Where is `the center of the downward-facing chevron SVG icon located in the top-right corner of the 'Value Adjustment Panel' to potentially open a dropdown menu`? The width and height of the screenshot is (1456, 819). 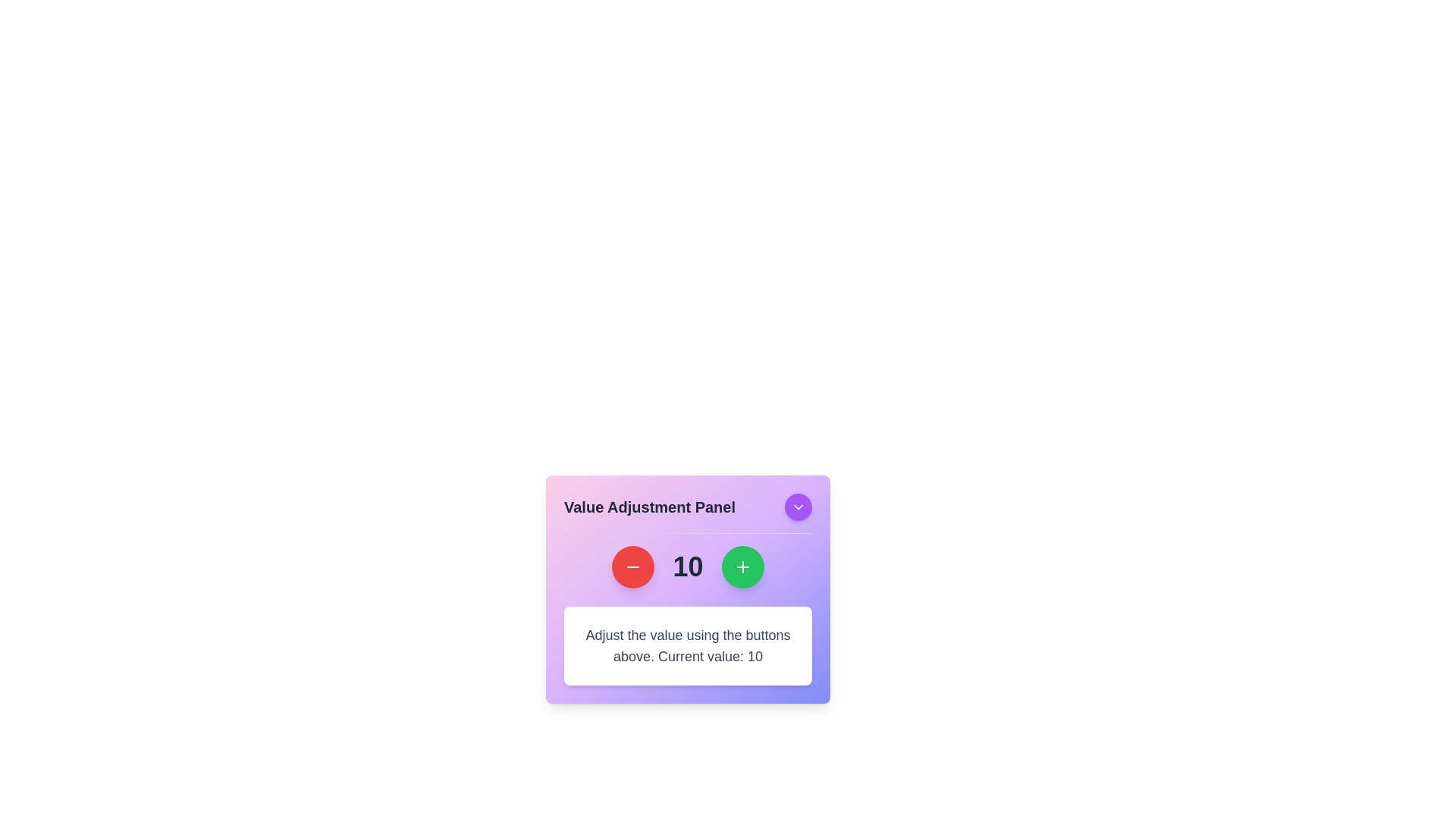
the center of the downward-facing chevron SVG icon located in the top-right corner of the 'Value Adjustment Panel' to potentially open a dropdown menu is located at coordinates (797, 507).